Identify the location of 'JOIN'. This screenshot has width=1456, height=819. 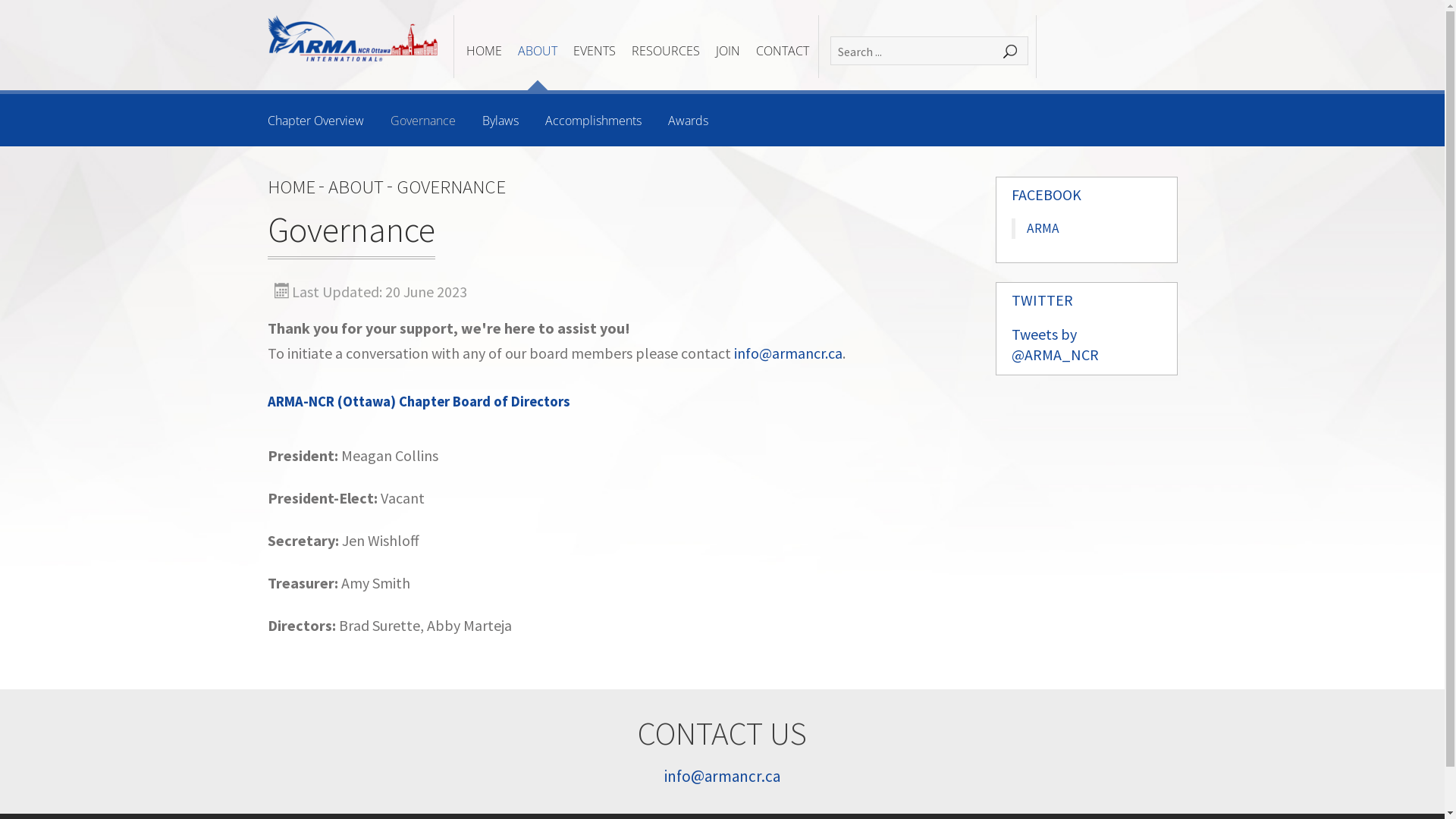
(728, 50).